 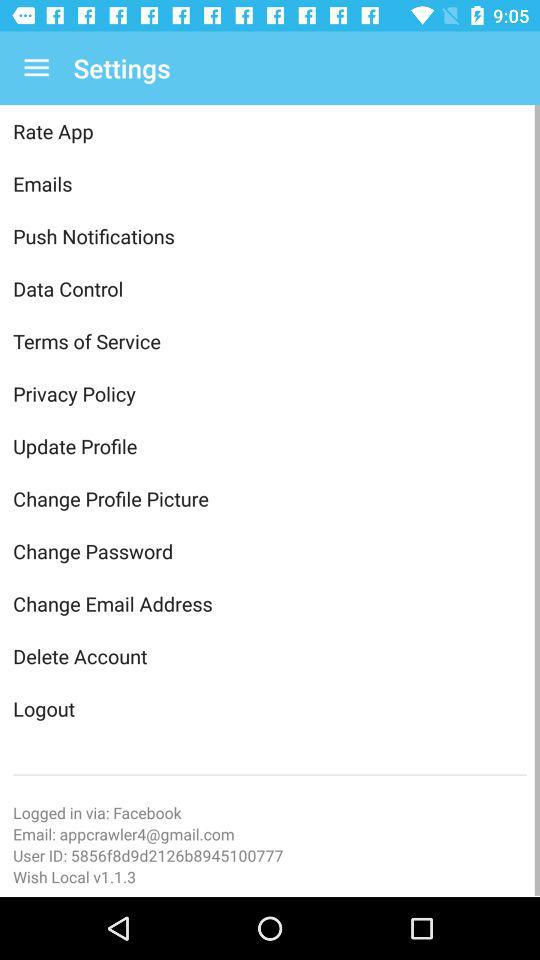 What do you see at coordinates (270, 854) in the screenshot?
I see `the item below the email appcrawler4 gmail` at bounding box center [270, 854].